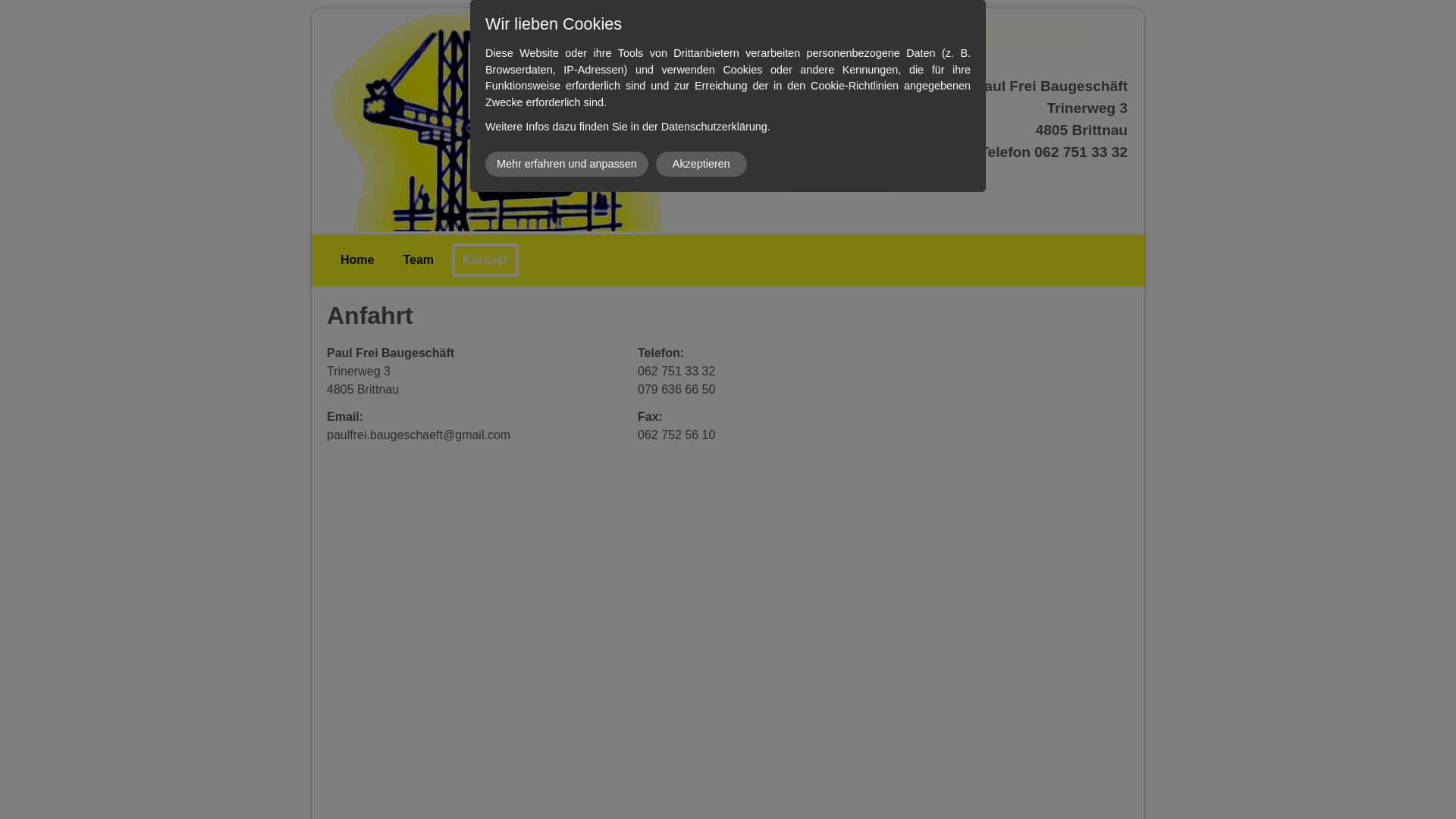 This screenshot has width=1456, height=819. I want to click on 'Akzeptieren', so click(701, 164).